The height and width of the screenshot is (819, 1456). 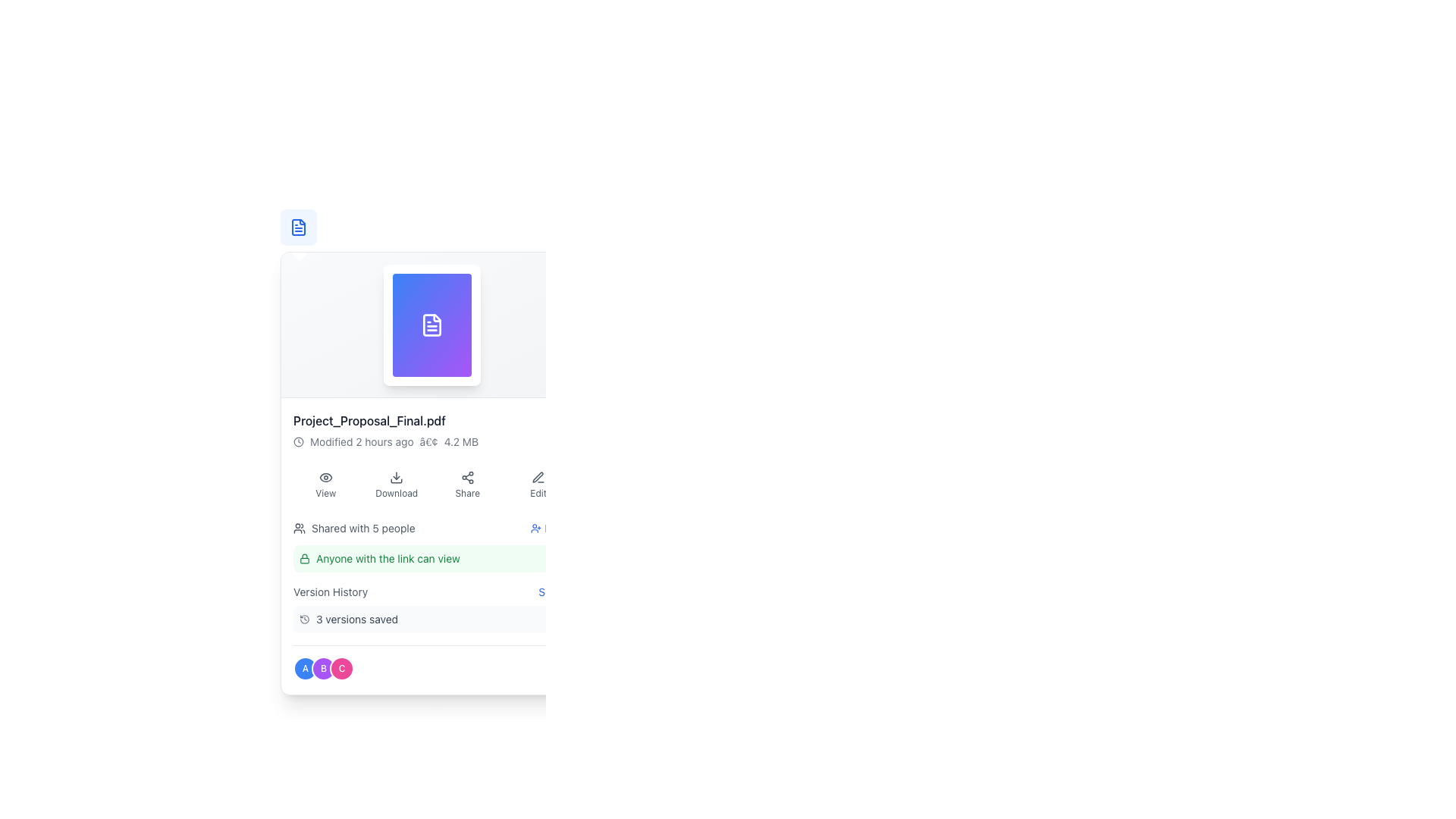 I want to click on the text label that describes the functionality of the 'Share' button, located below the interconnected nodes icon in the button group, so click(x=466, y=494).